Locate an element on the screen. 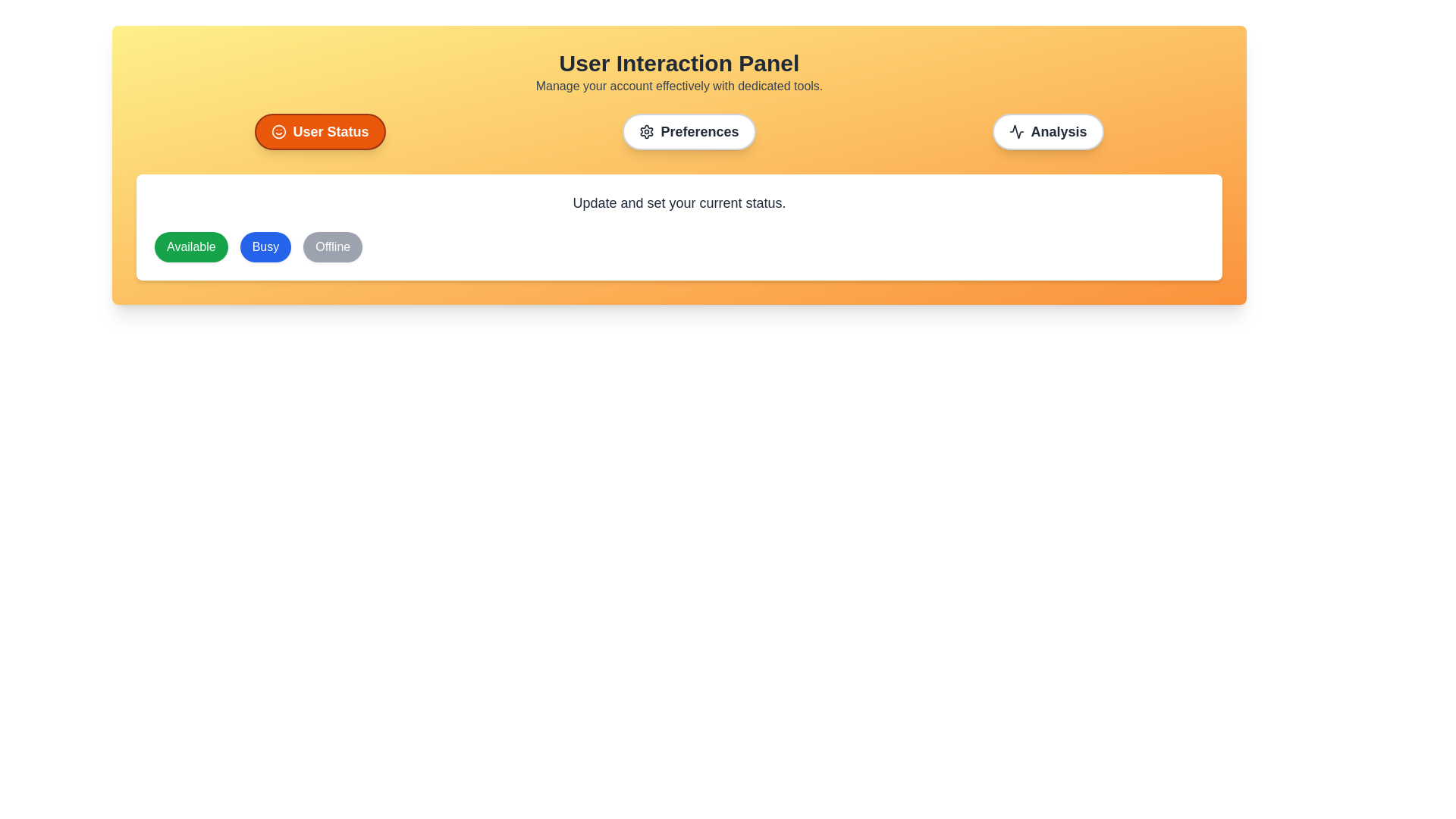 This screenshot has width=1456, height=819. the tab labeled User Status to view its content is located at coordinates (319, 130).